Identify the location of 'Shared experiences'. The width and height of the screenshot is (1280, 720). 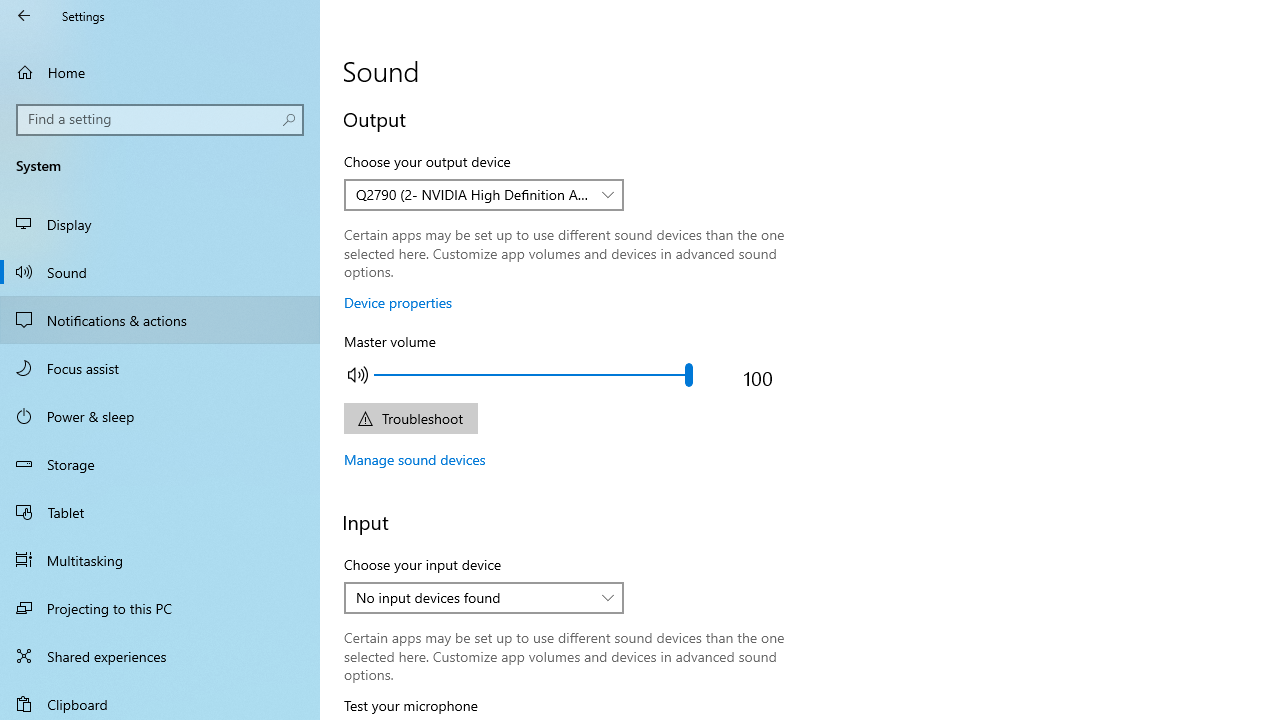
(160, 655).